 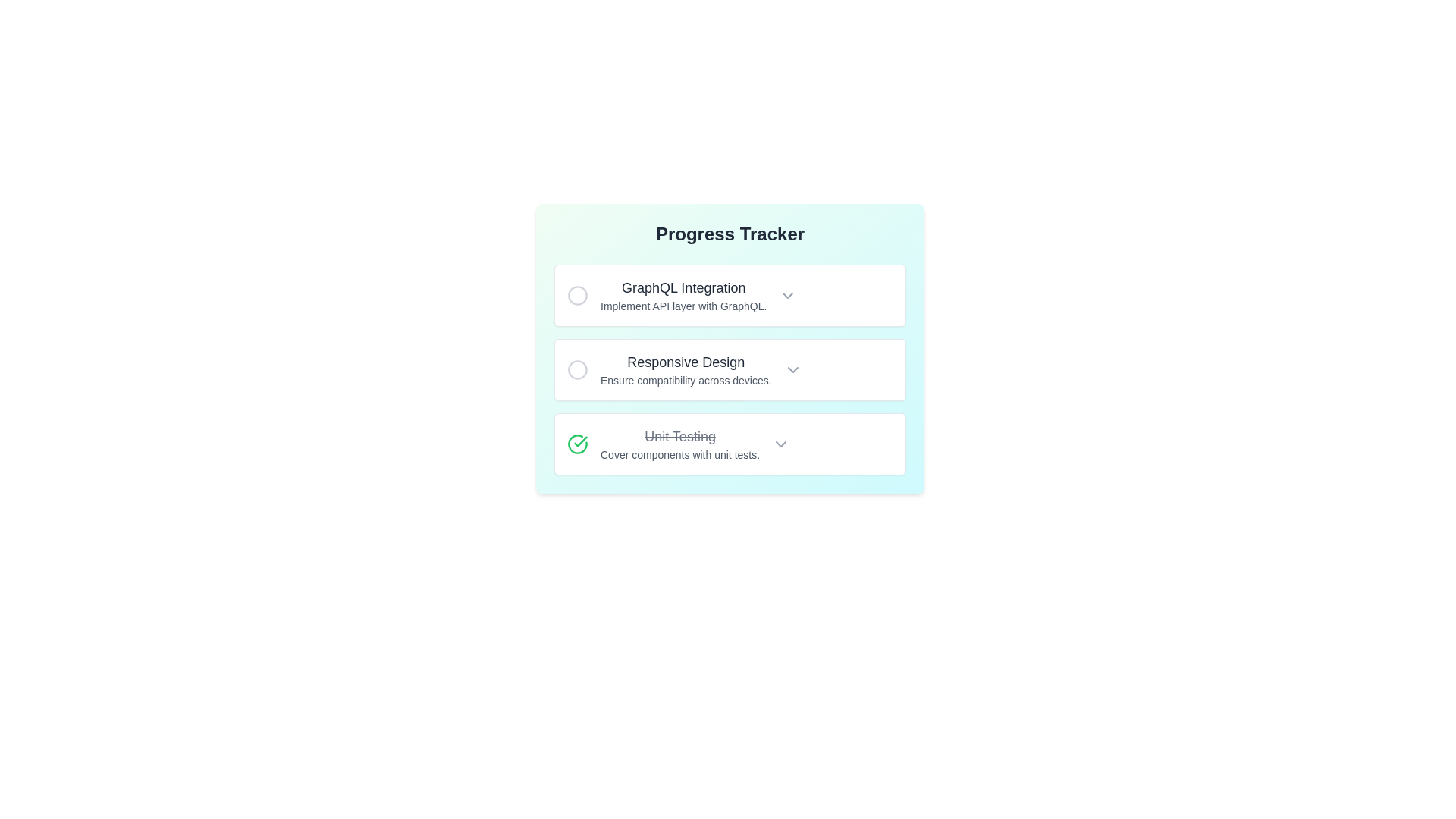 I want to click on text label displaying 'Implement API layer with GraphQL.' located below the heading 'GraphQL Integration' in the progress tracker interface, so click(x=682, y=306).